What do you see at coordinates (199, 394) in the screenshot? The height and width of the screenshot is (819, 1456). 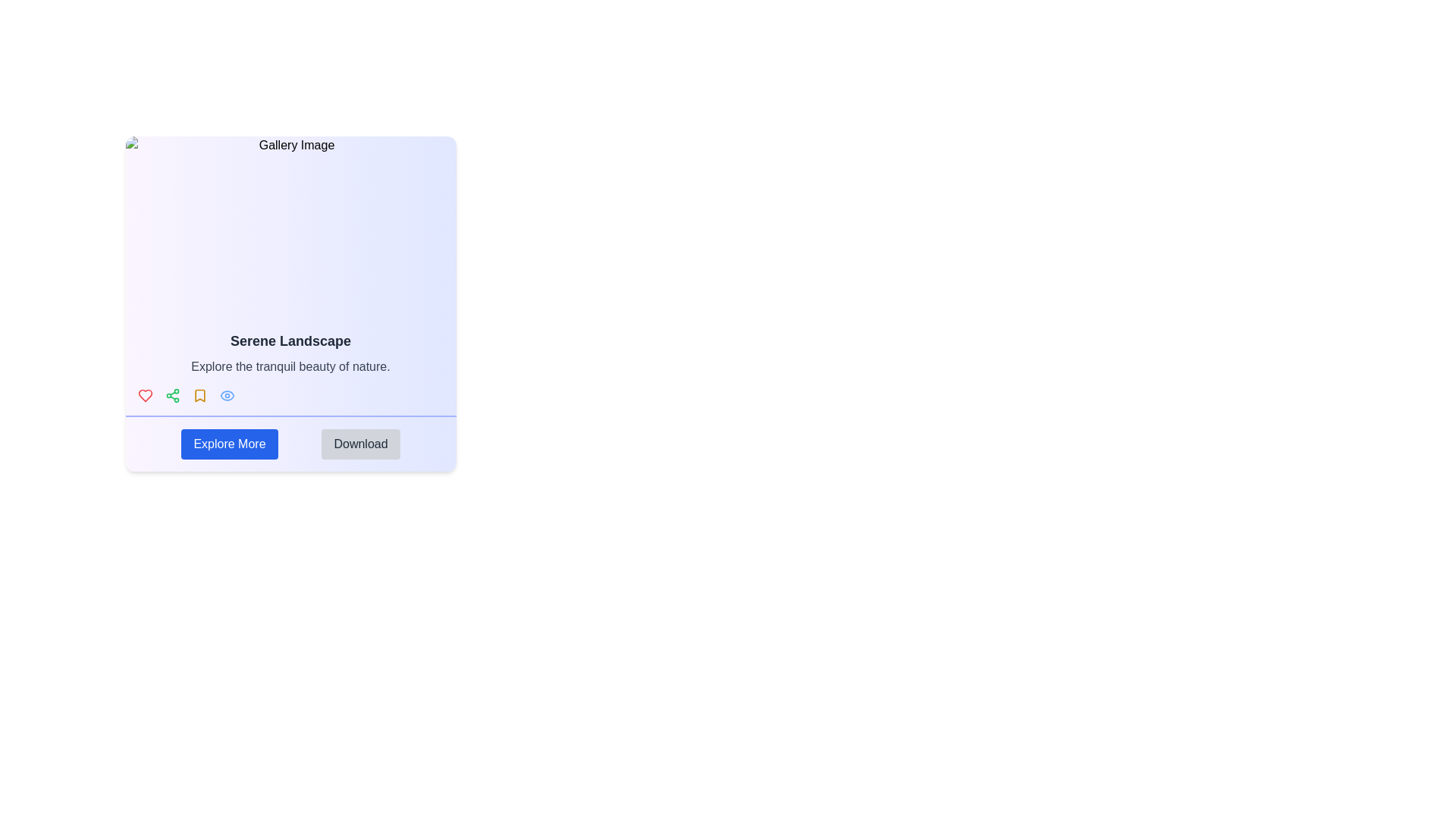 I see `the bookmark icon located at the bottom middle of the card layout, positioned between the 'share' icon and the 'view' icon` at bounding box center [199, 394].